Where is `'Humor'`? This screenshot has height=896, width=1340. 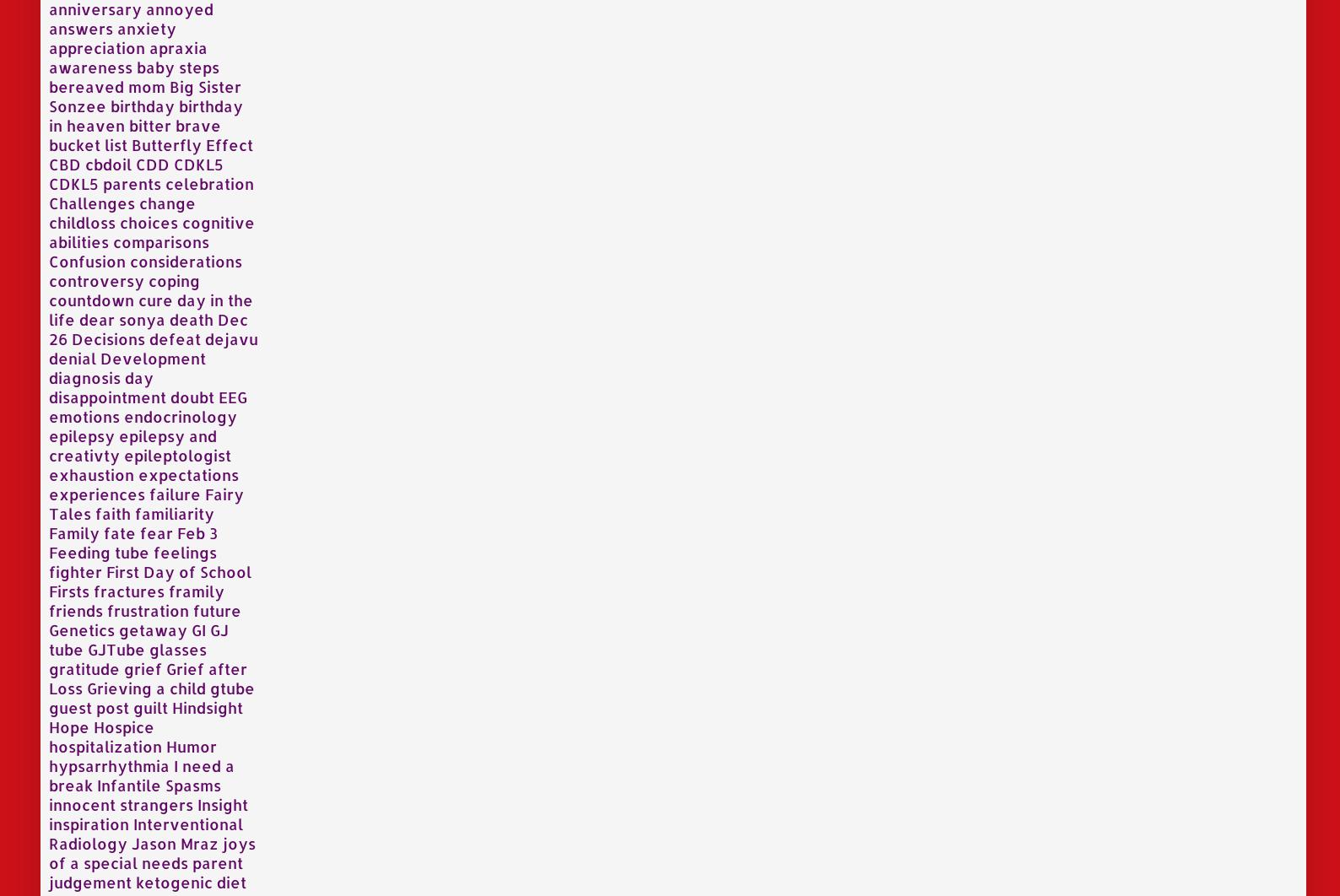
'Humor' is located at coordinates (191, 744).